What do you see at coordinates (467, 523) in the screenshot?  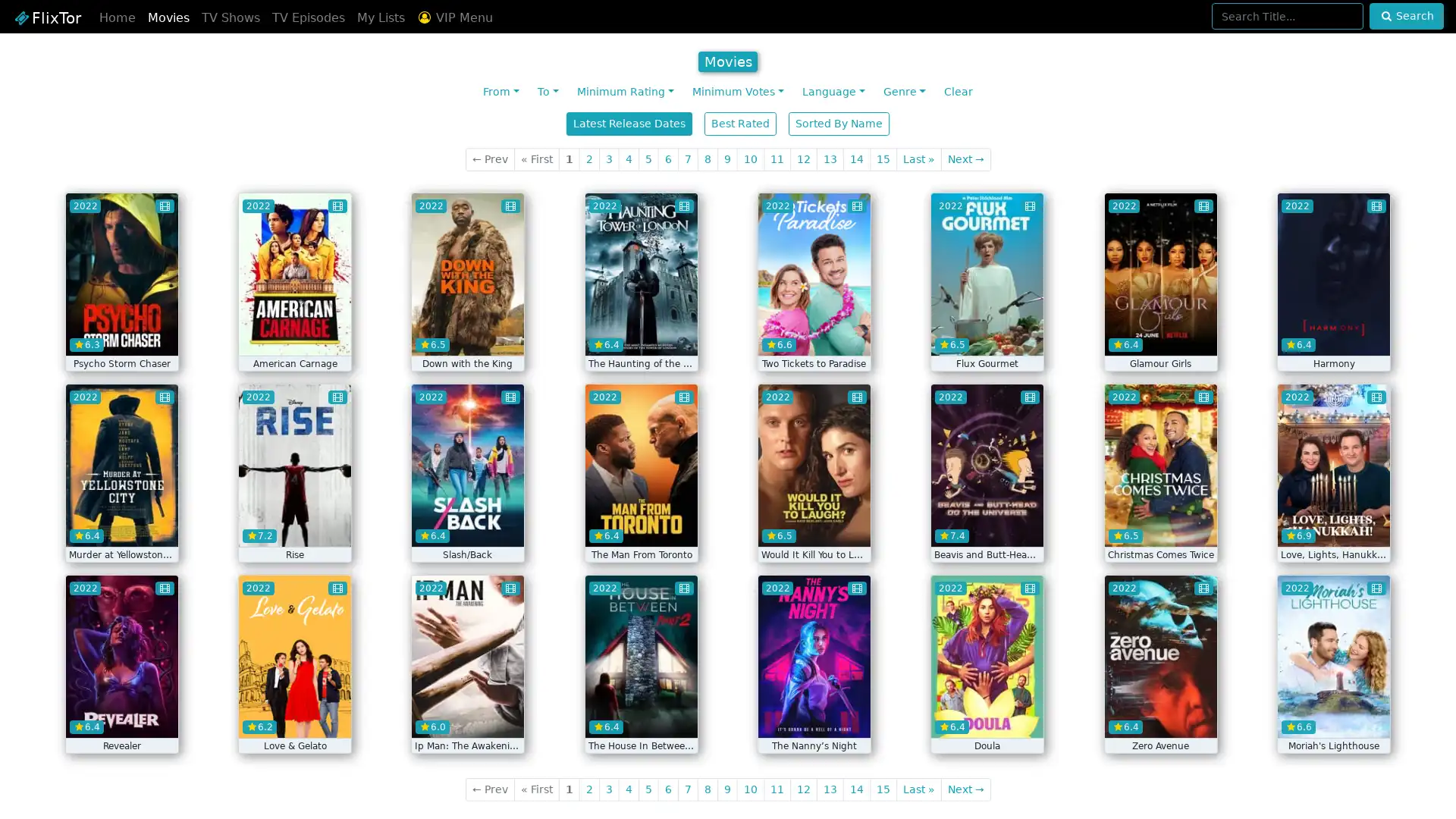 I see `Watch Now` at bounding box center [467, 523].